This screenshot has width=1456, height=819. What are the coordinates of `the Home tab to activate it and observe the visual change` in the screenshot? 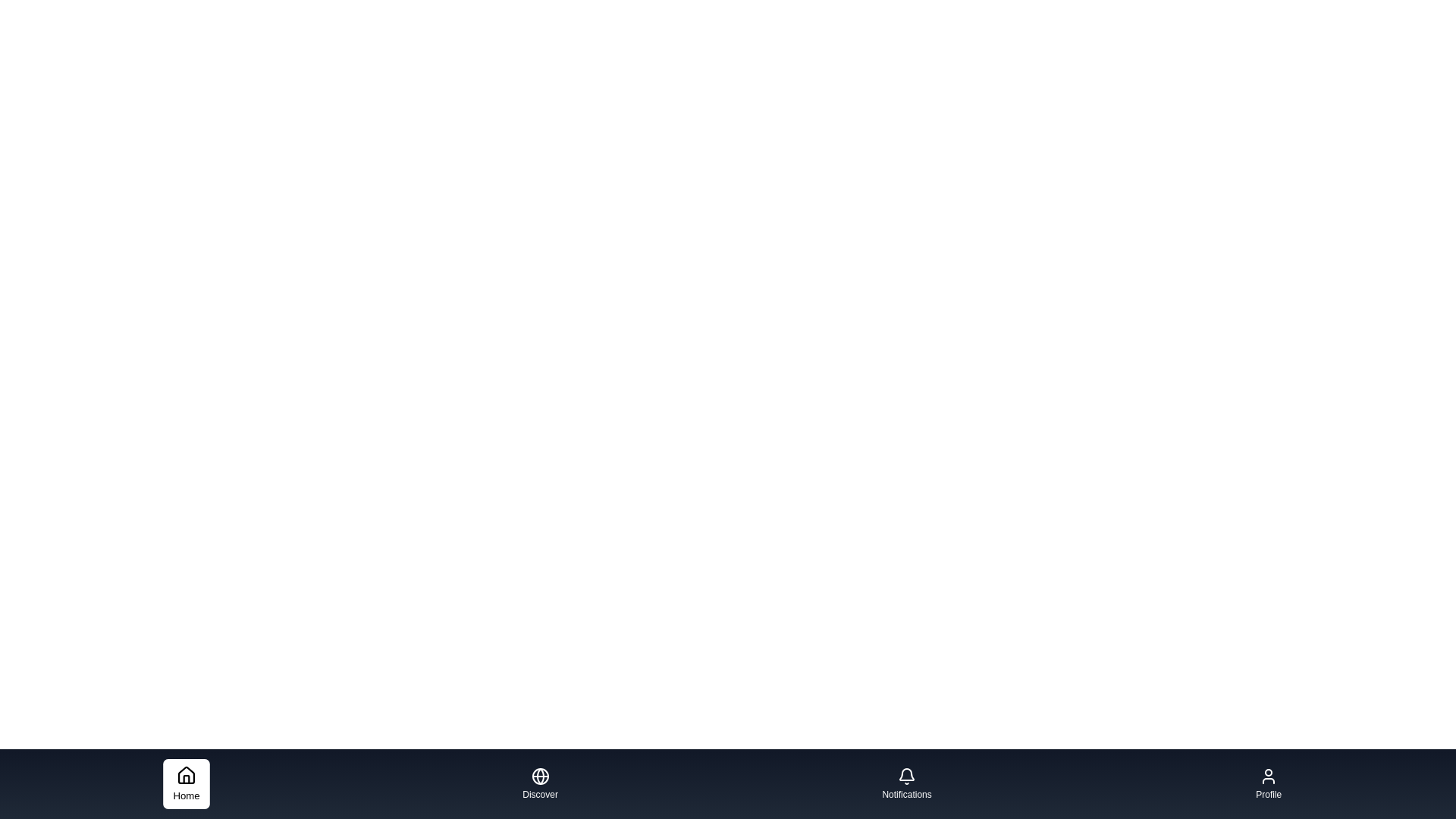 It's located at (184, 783).